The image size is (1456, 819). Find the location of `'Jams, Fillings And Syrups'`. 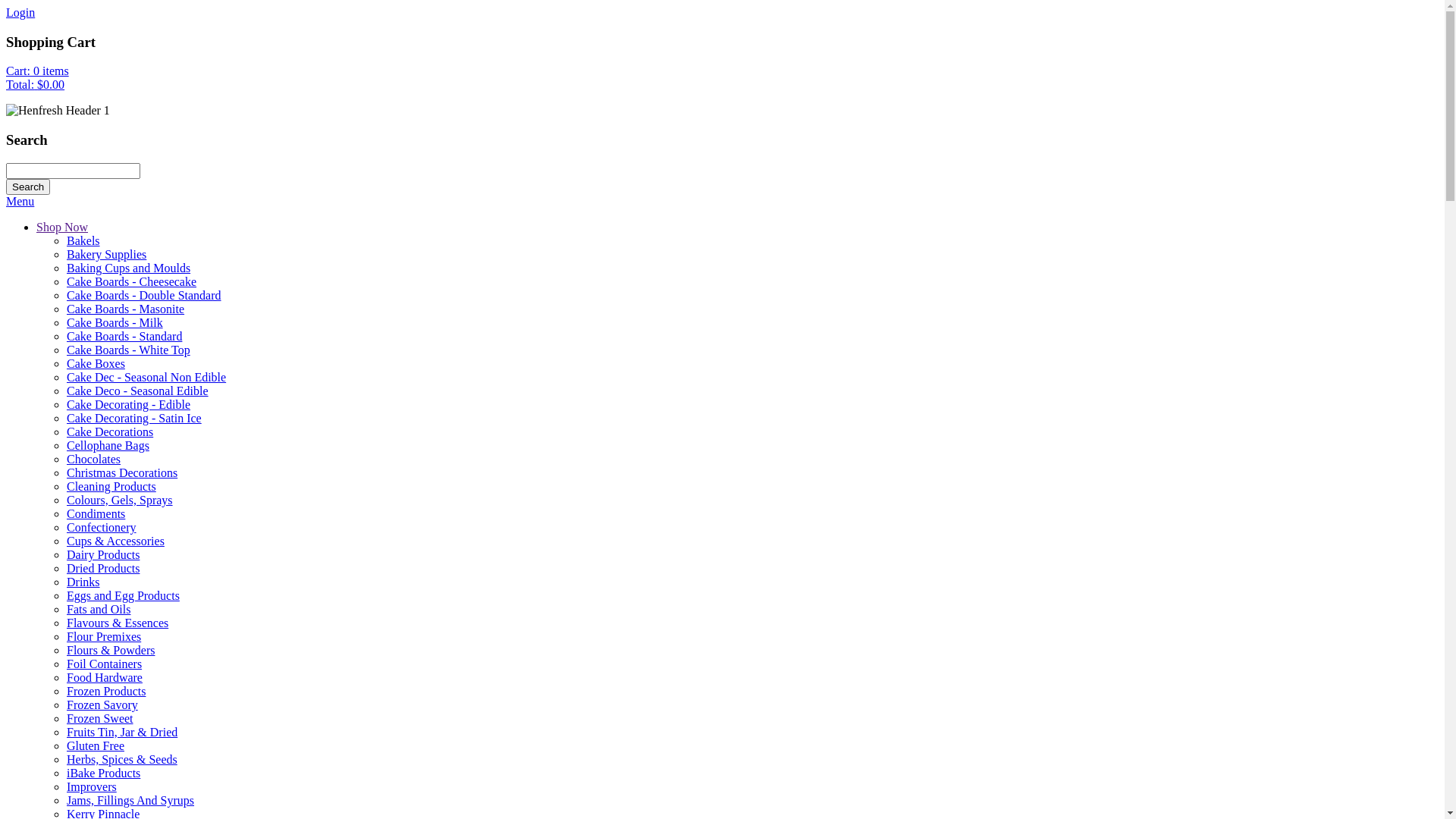

'Jams, Fillings And Syrups' is located at coordinates (130, 799).